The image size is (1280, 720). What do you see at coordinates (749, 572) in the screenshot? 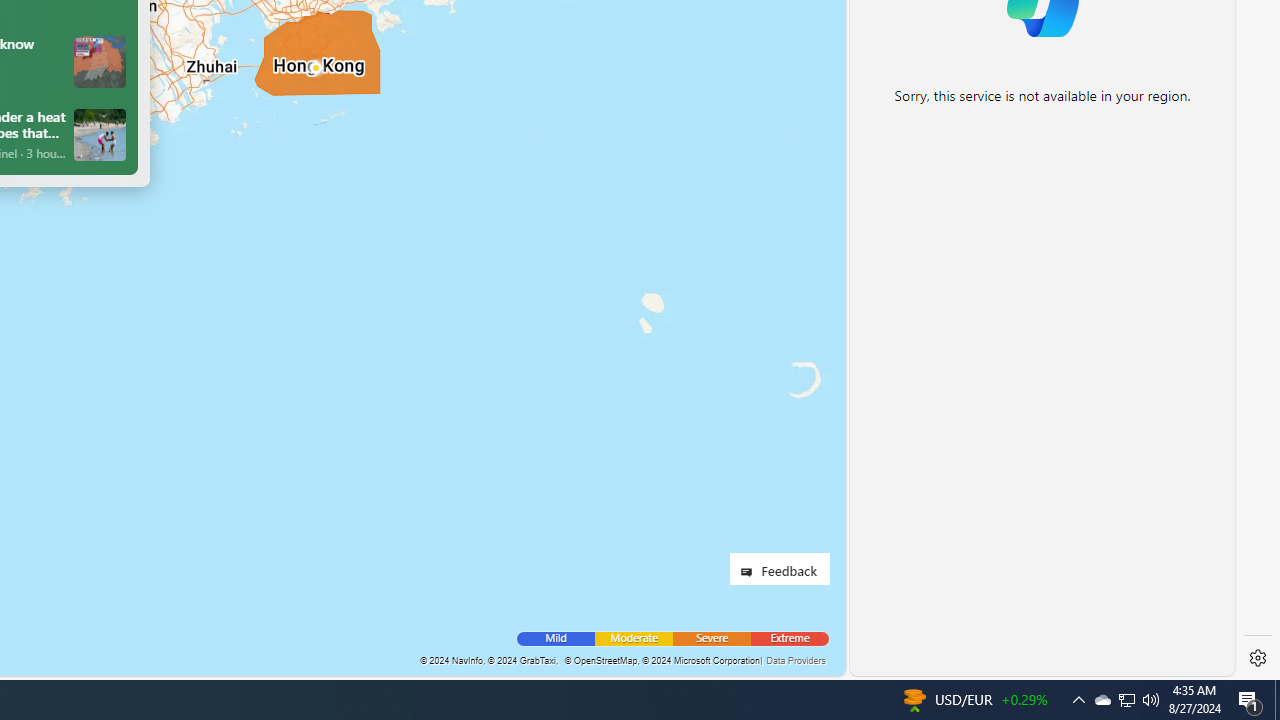
I see `'Class: feedback_link_icon-DS-EntryPoint1-1'` at bounding box center [749, 572].